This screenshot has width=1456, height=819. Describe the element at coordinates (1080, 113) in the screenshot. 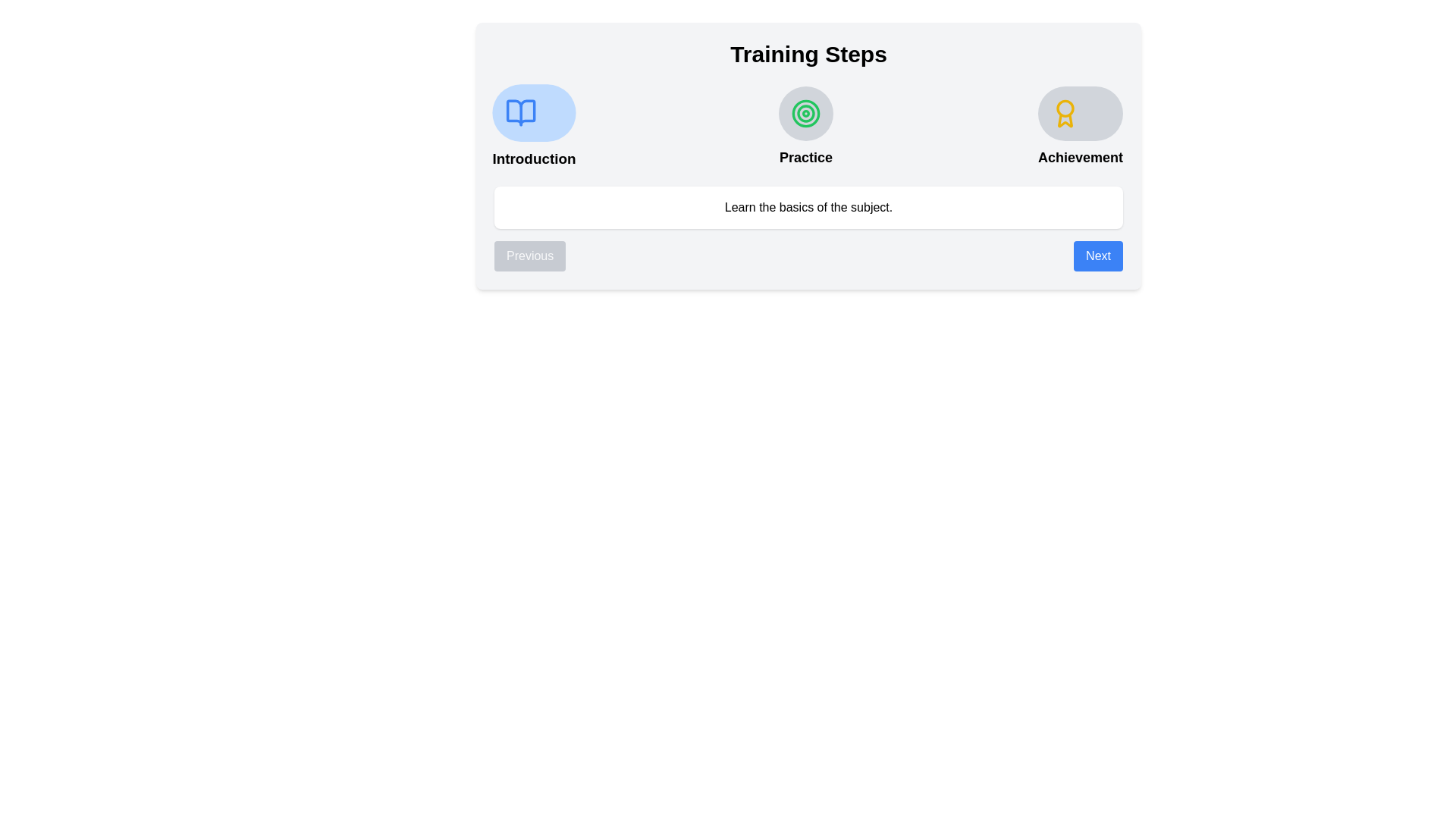

I see `the 'Achievement' step icon to view its details` at that location.